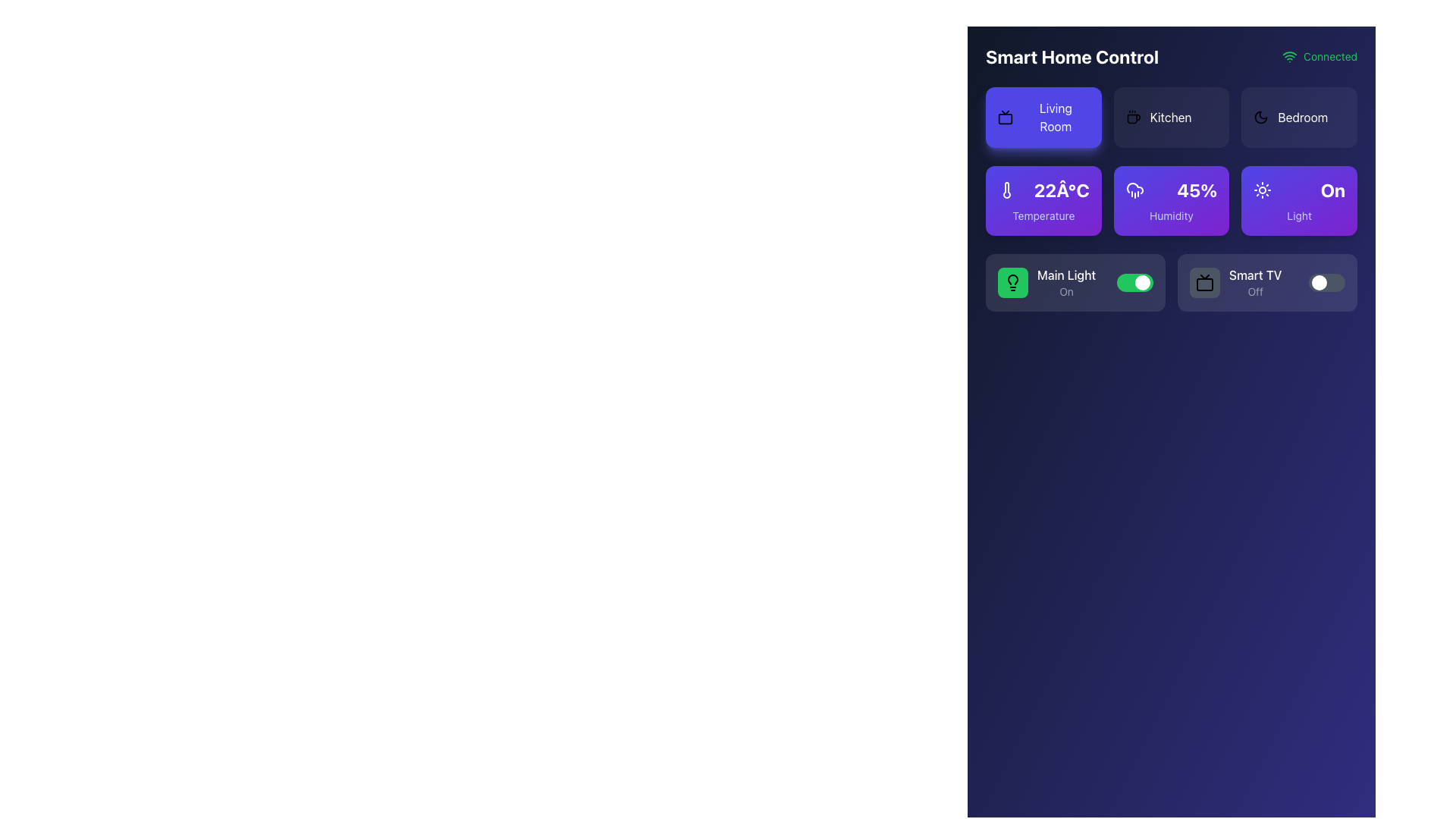 This screenshot has width=1456, height=819. What do you see at coordinates (1332, 189) in the screenshot?
I see `the text label displaying 'On' in bold, extra-large white font, located at the lower-left corner of the purple button labeled 'Light'` at bounding box center [1332, 189].